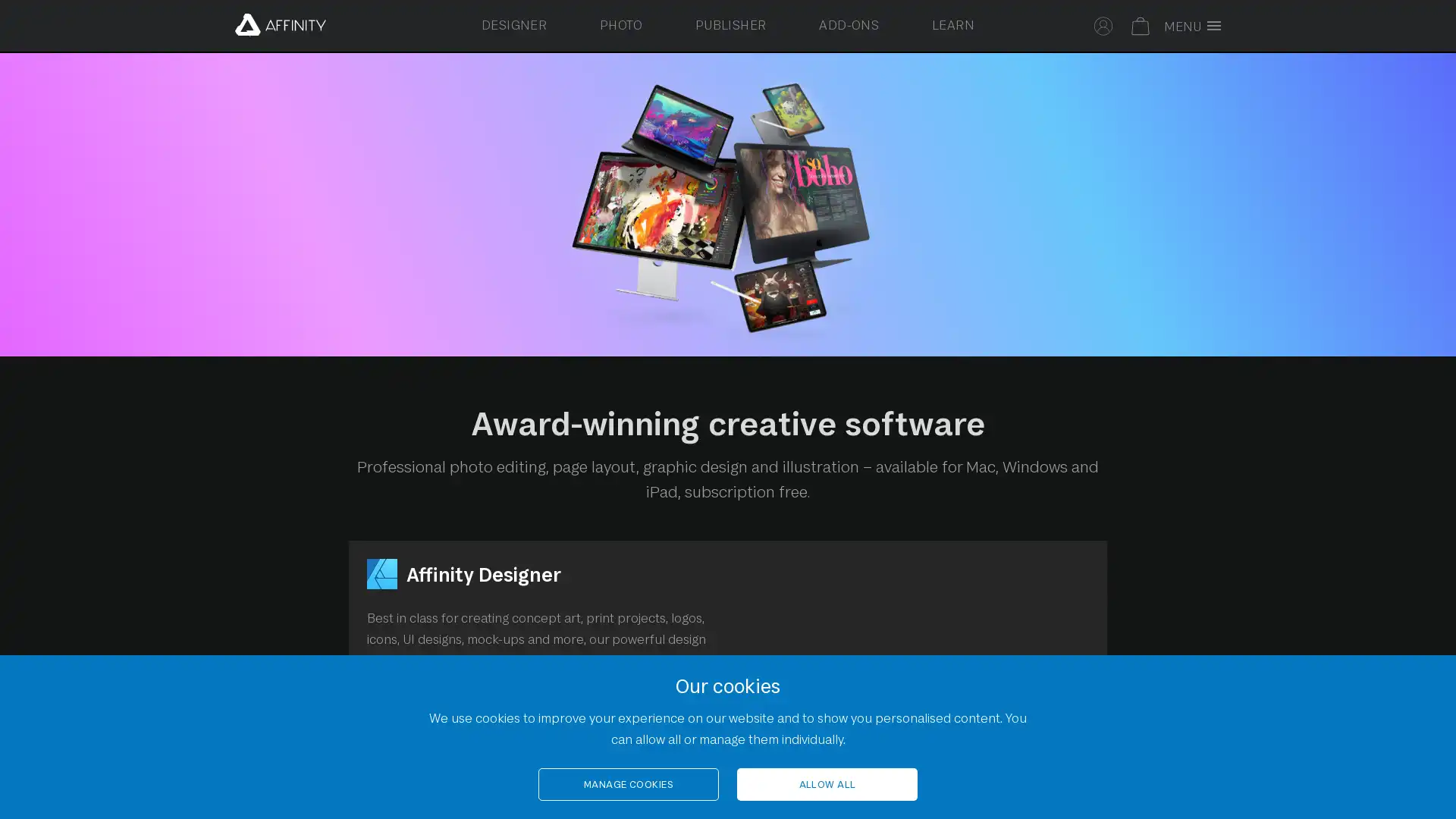  What do you see at coordinates (1196, 26) in the screenshot?
I see `Toggle full screen menu` at bounding box center [1196, 26].